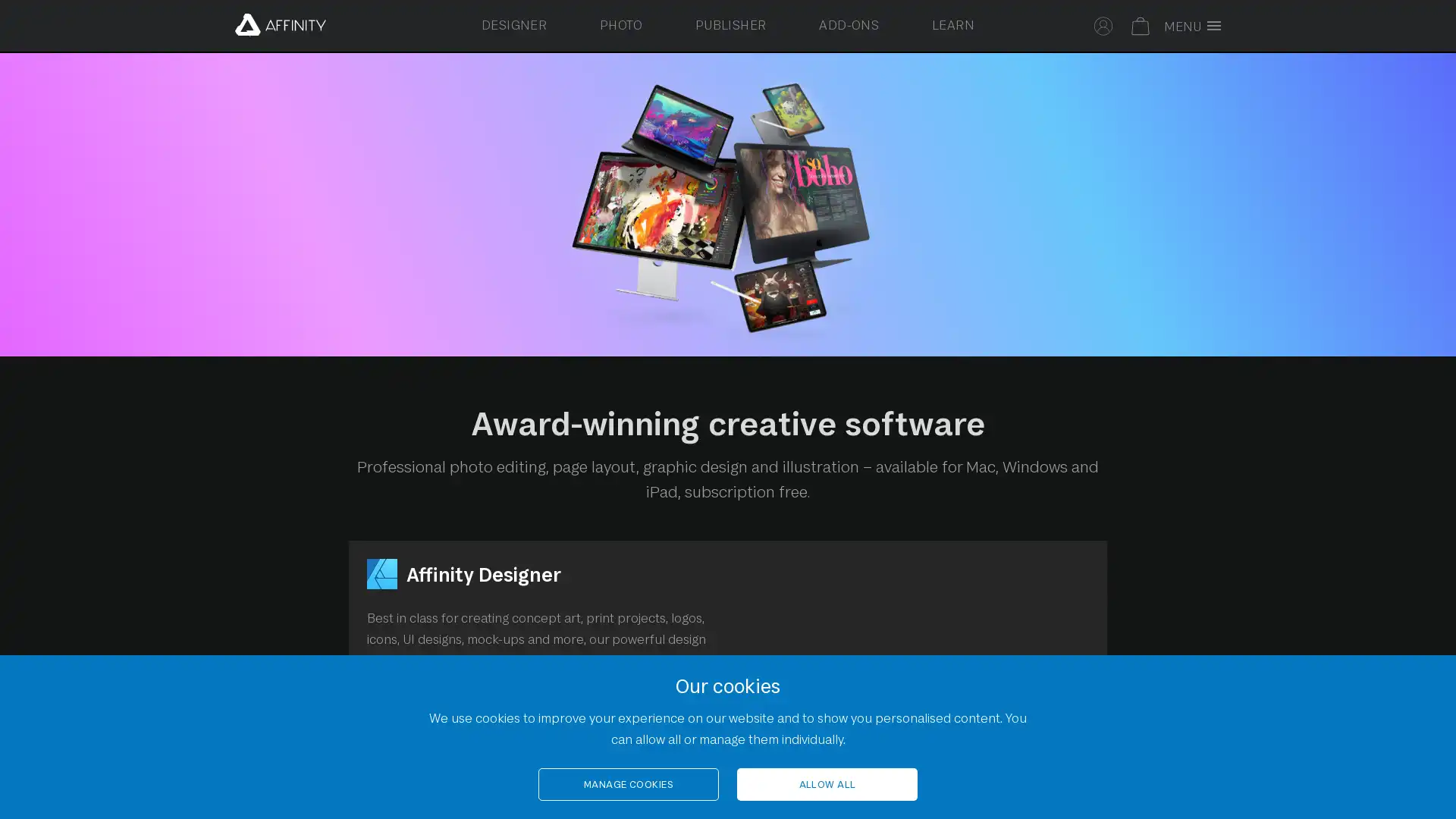  What do you see at coordinates (1196, 26) in the screenshot?
I see `Toggle full screen menu` at bounding box center [1196, 26].